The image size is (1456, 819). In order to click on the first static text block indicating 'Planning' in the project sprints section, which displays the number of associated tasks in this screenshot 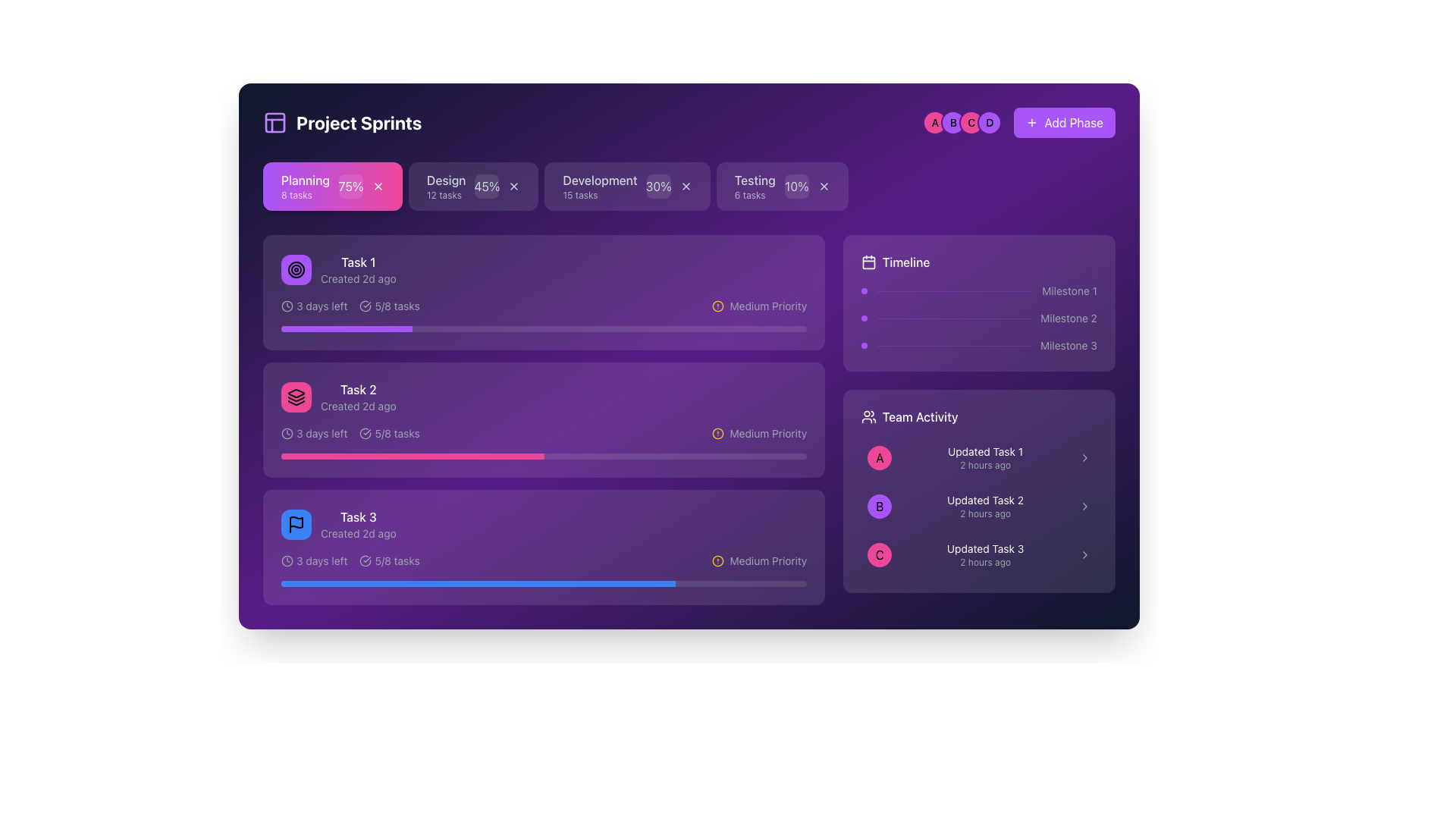, I will do `click(305, 186)`.